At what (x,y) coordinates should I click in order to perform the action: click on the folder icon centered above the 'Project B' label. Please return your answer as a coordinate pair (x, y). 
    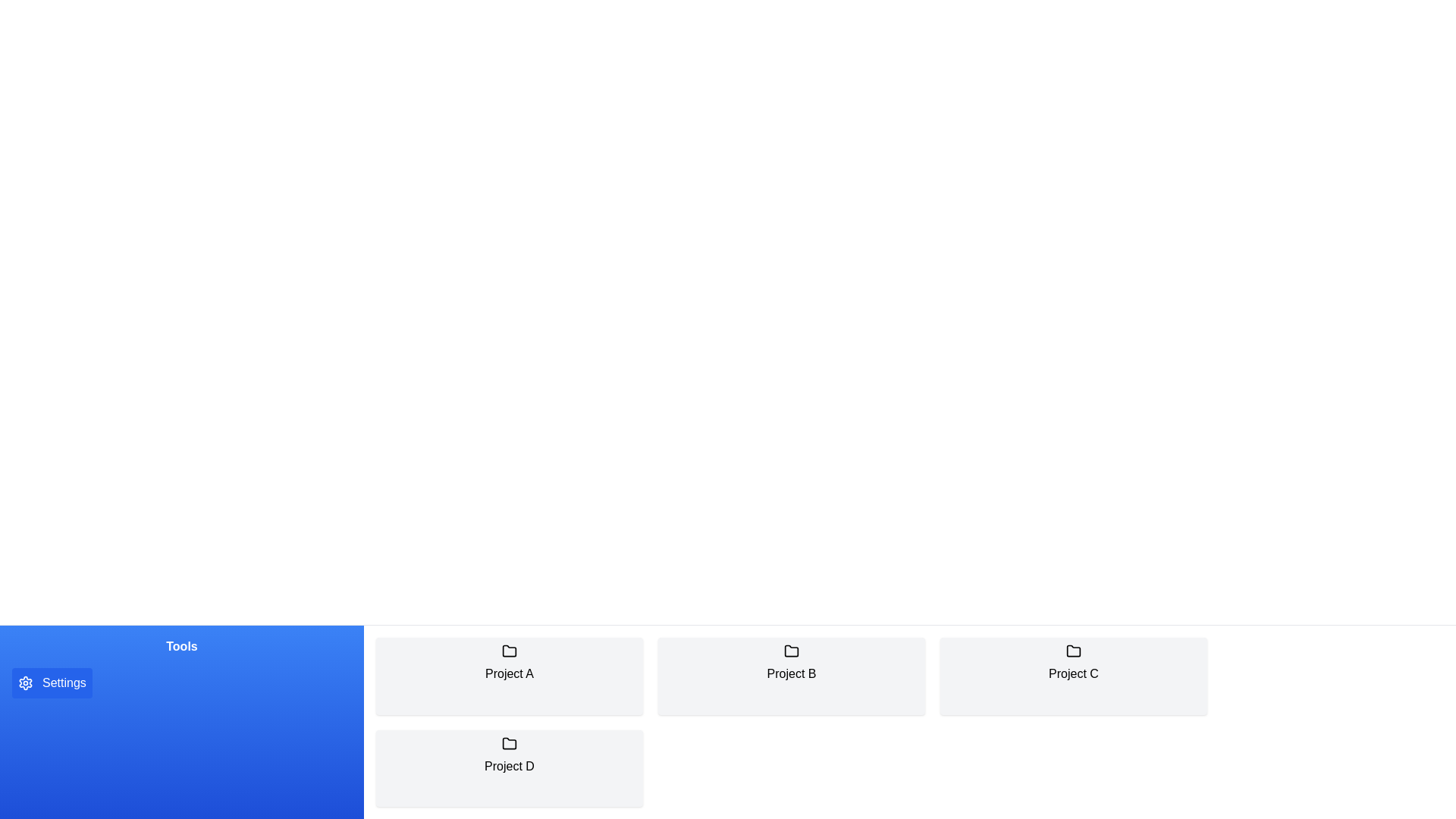
    Looking at the image, I should click on (790, 651).